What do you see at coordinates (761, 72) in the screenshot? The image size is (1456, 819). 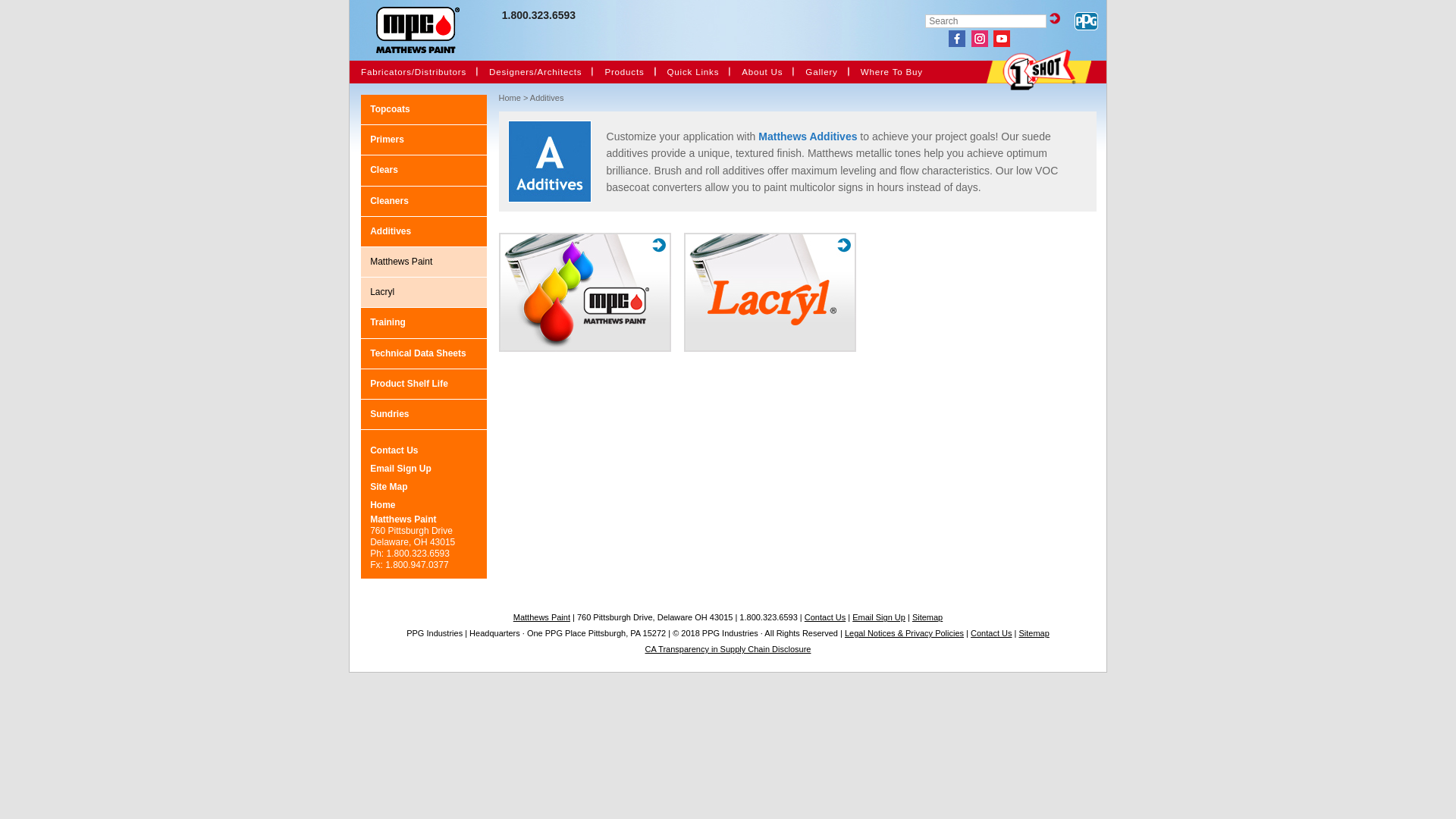 I see `'About Us'` at bounding box center [761, 72].